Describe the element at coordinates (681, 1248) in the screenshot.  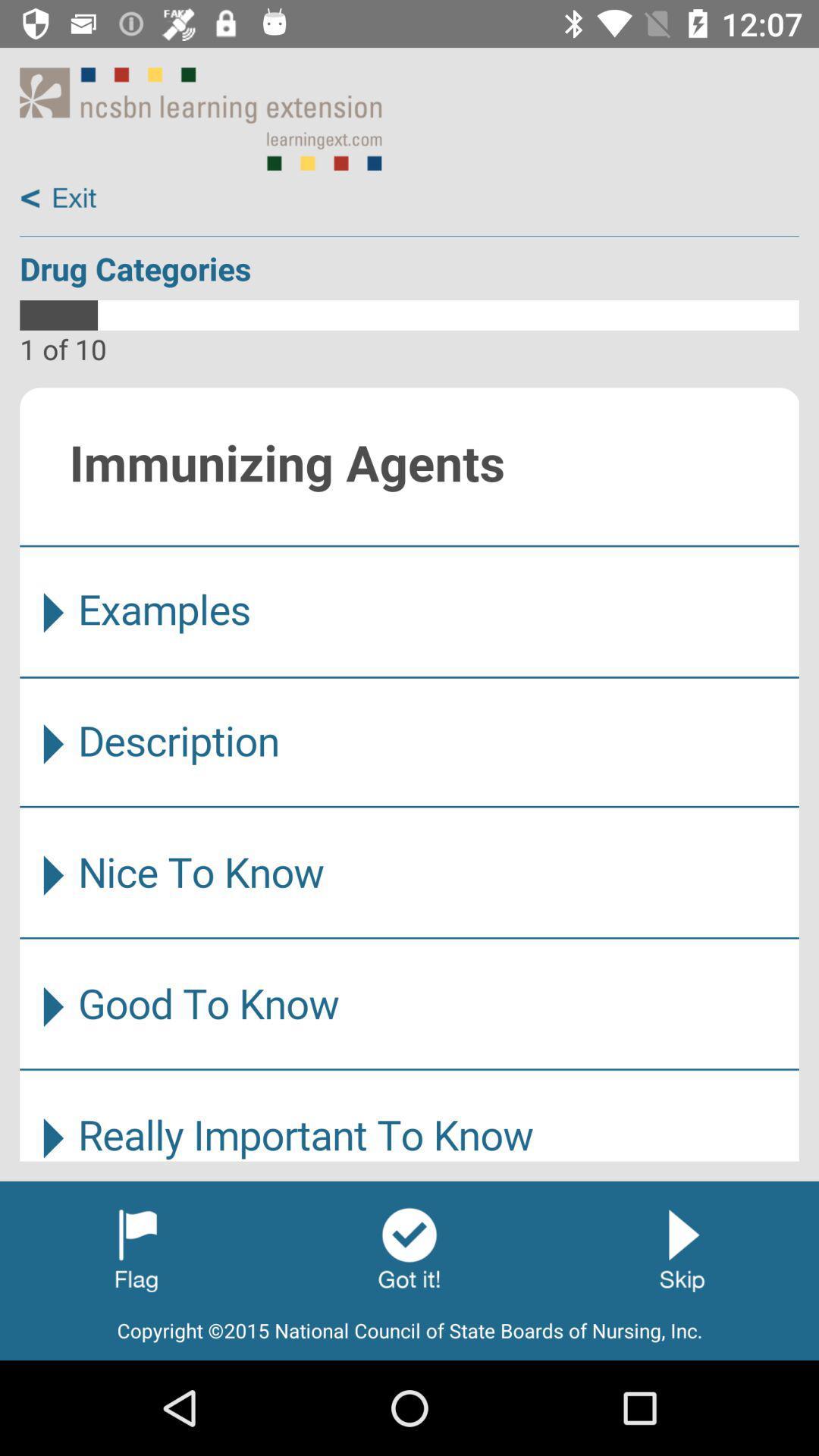
I see `skip page` at that location.